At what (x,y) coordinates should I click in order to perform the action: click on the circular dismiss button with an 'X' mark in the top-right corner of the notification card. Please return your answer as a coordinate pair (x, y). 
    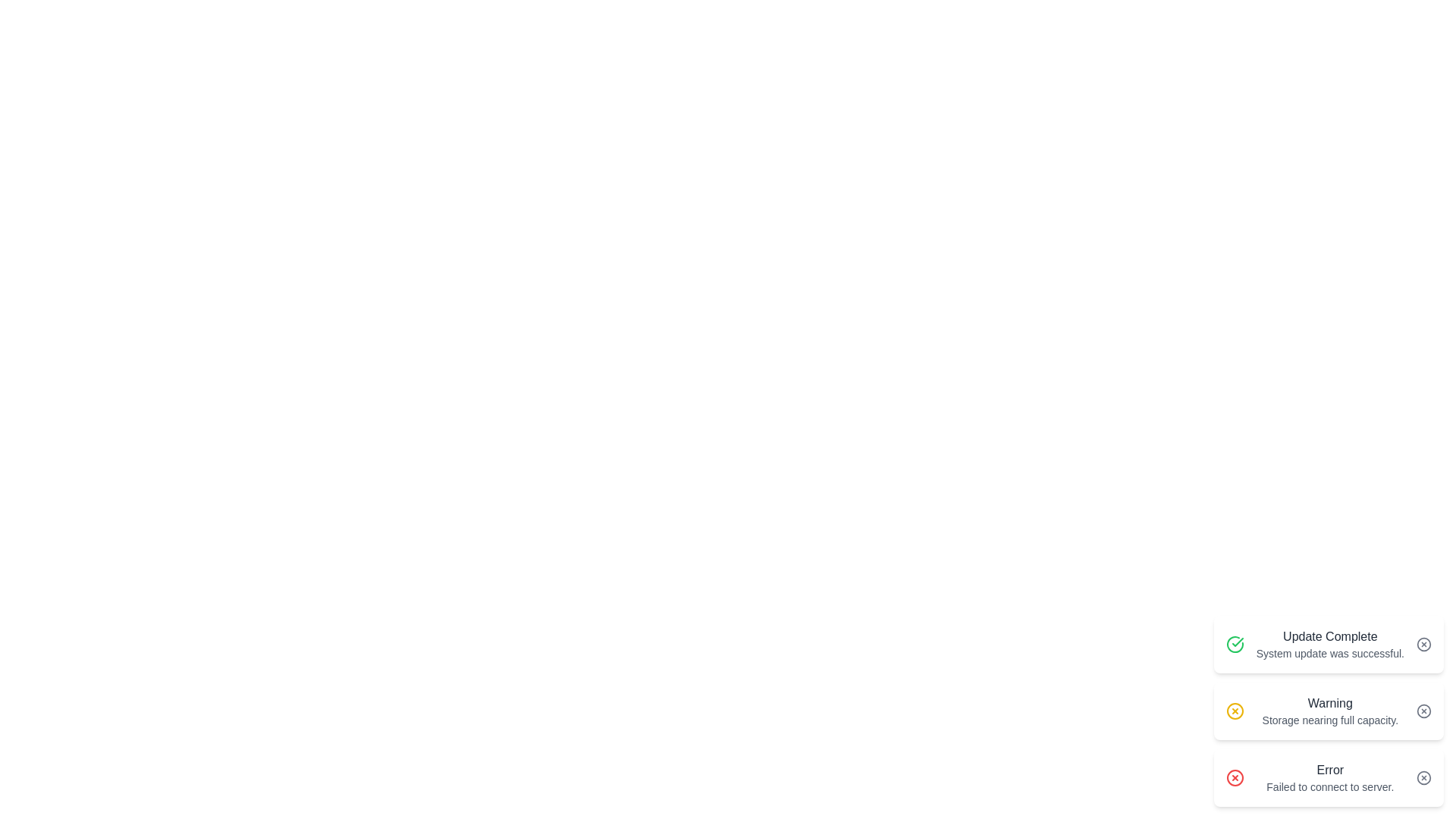
    Looking at the image, I should click on (1423, 711).